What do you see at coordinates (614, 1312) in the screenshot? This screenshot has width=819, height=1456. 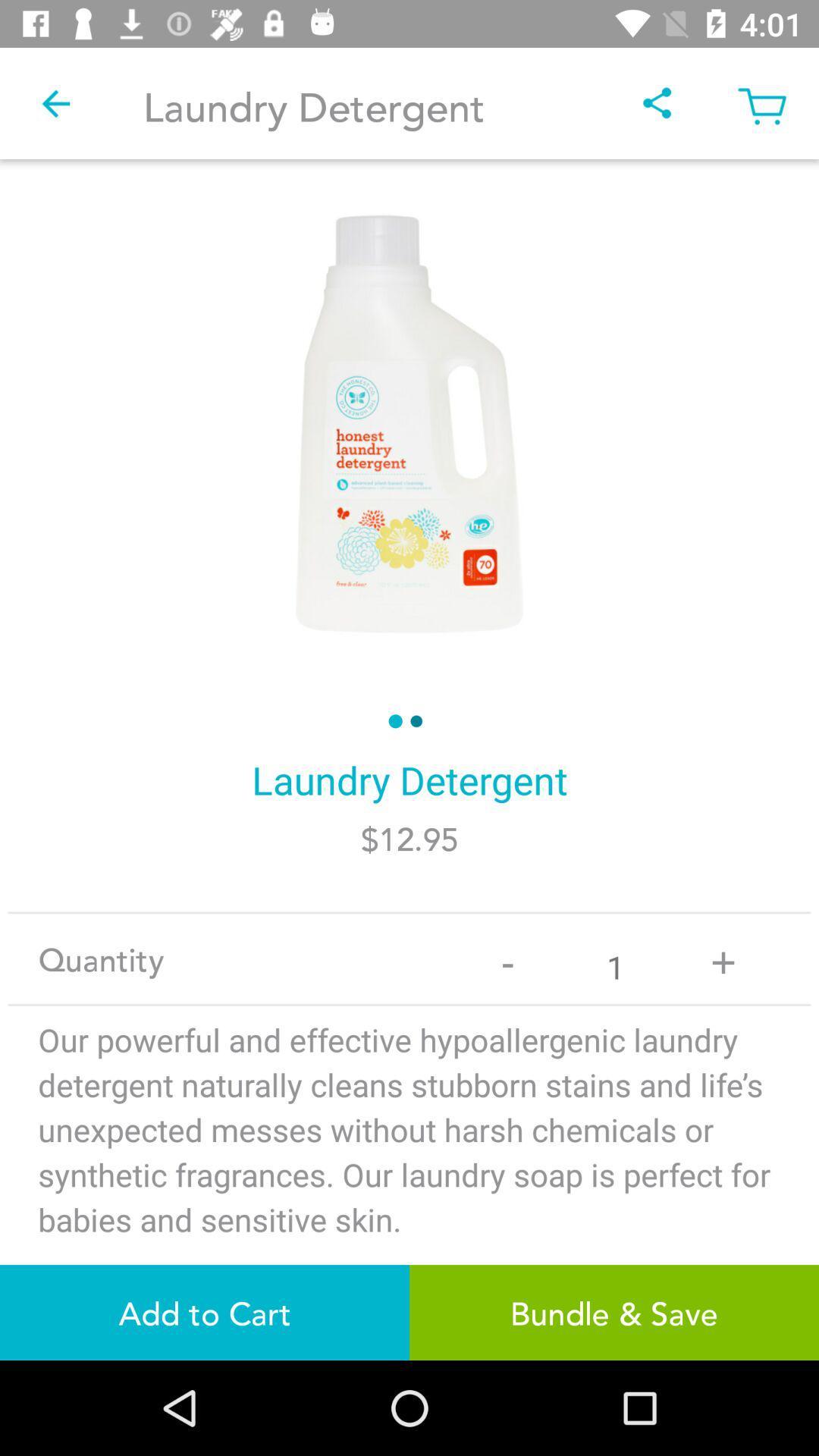 I see `bundle & save` at bounding box center [614, 1312].